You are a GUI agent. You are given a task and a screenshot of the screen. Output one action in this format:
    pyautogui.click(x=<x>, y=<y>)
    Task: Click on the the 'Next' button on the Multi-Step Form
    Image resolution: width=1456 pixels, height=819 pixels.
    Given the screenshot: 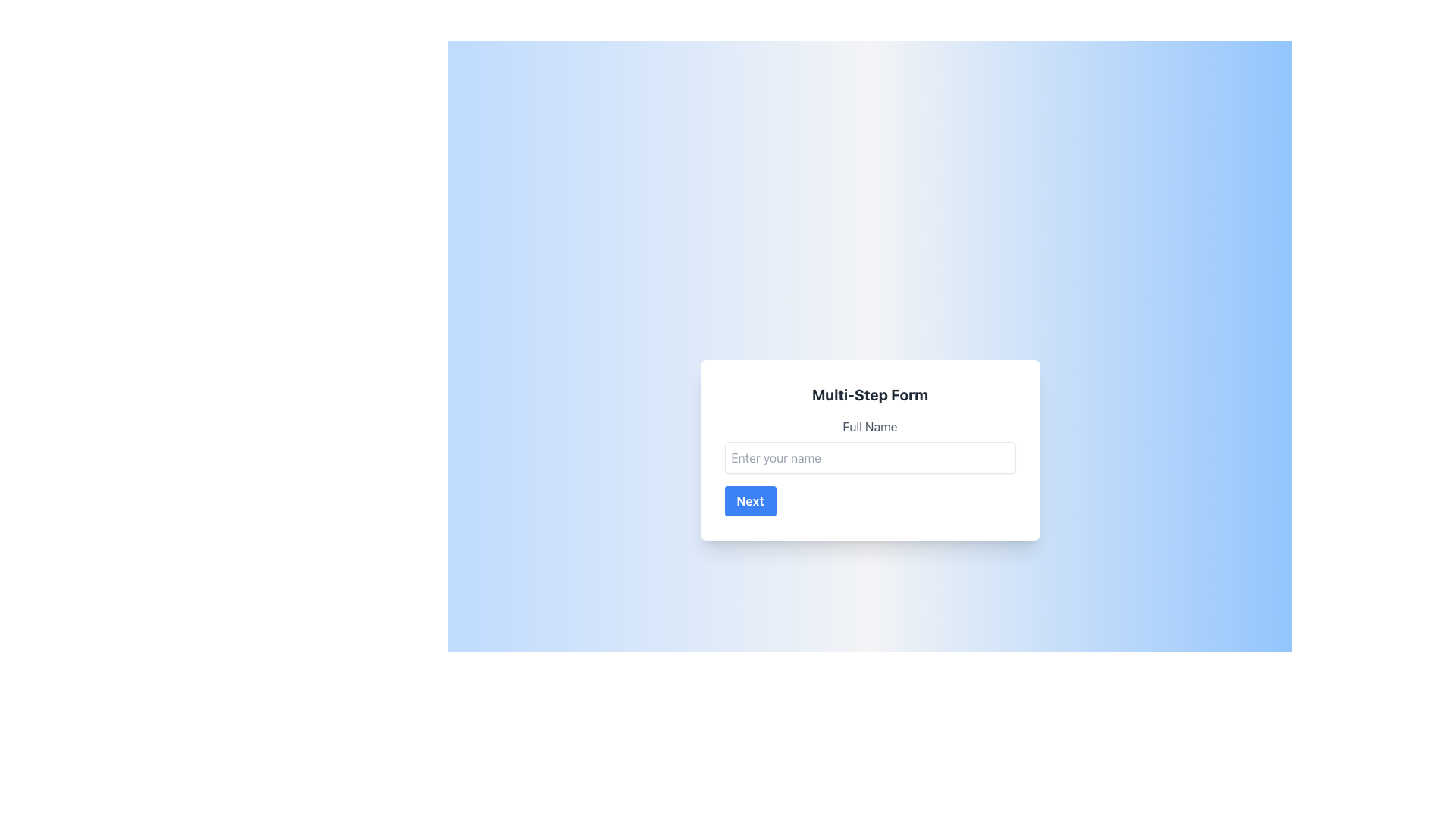 What is the action you would take?
    pyautogui.click(x=870, y=450)
    